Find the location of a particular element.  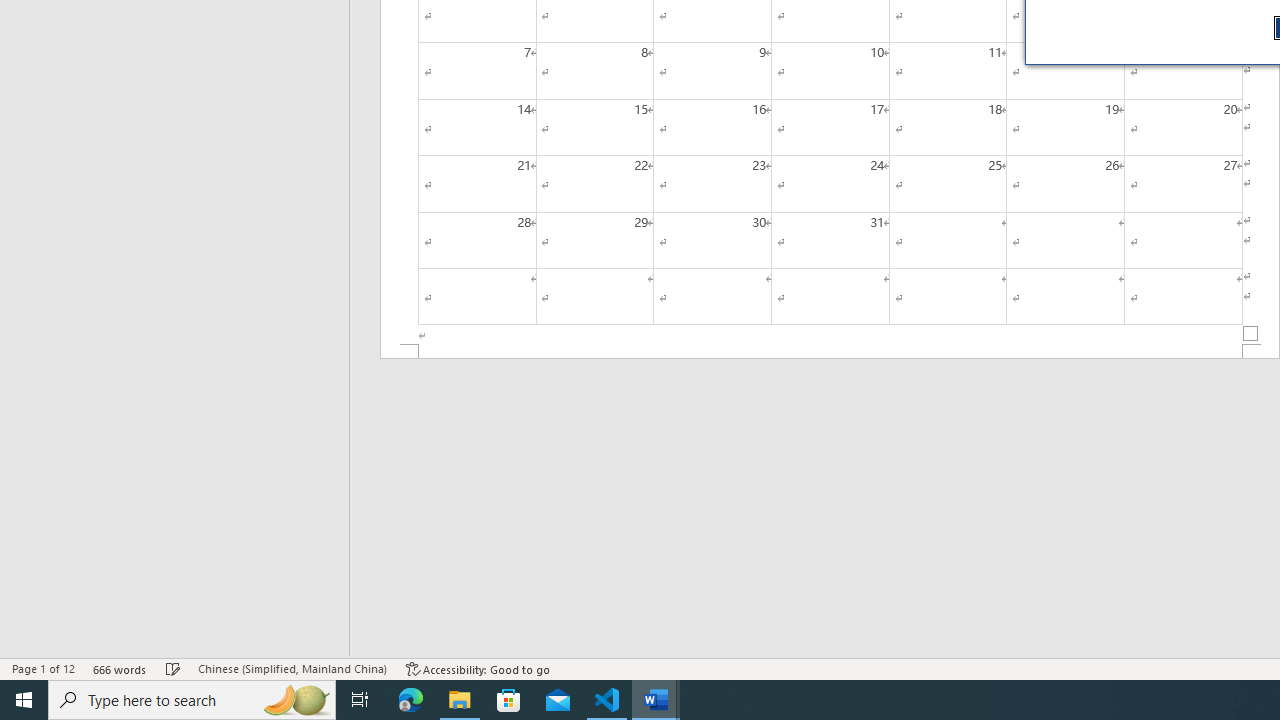

'Language Chinese (Simplified, Mainland China)' is located at coordinates (291, 669).